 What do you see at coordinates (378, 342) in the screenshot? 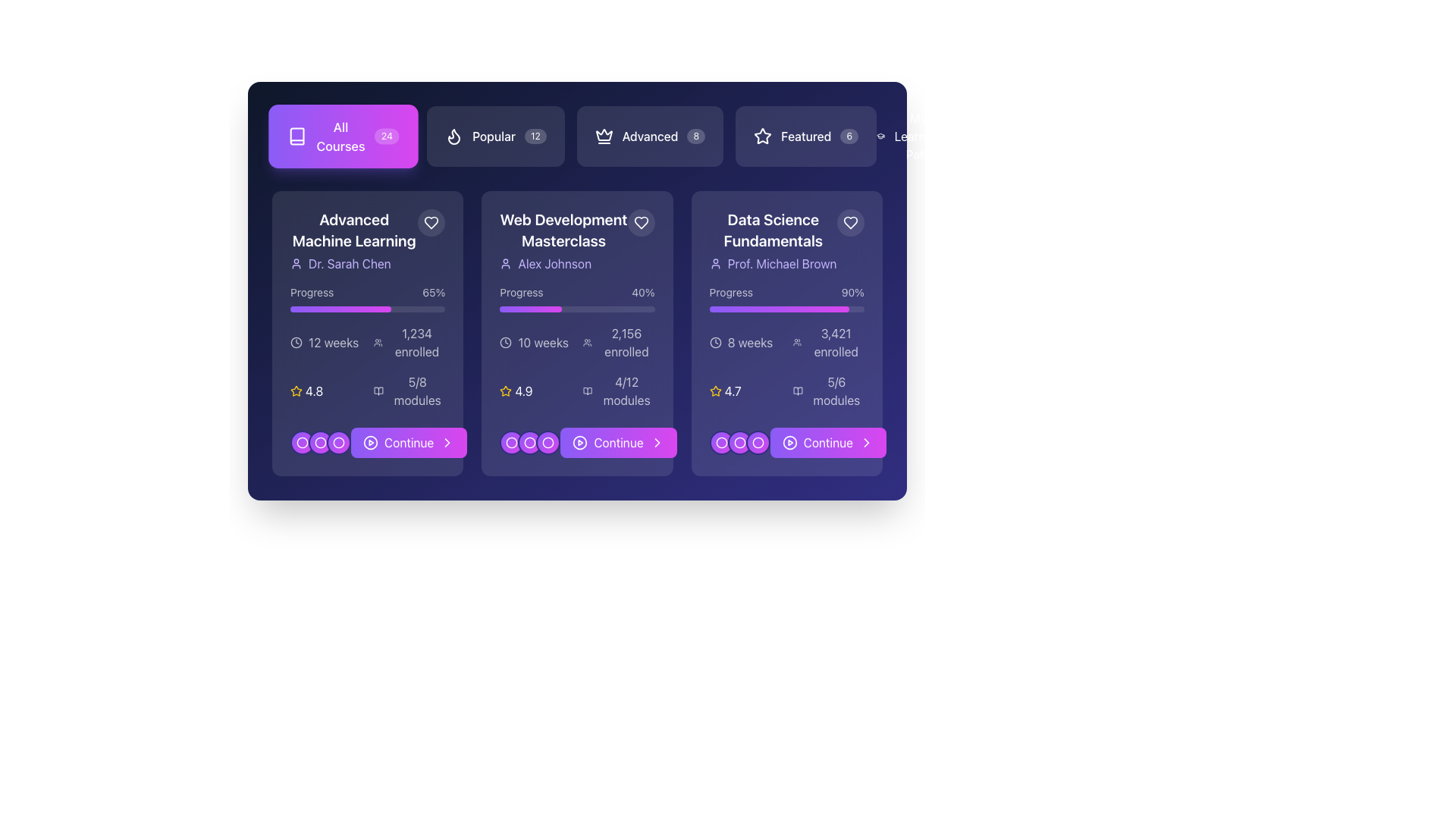
I see `the Icon (SVG) representing the enrollment count for the 'Advanced Machine Learning' course, which is positioned to the left of the text '1,234 enrolled'` at bounding box center [378, 342].